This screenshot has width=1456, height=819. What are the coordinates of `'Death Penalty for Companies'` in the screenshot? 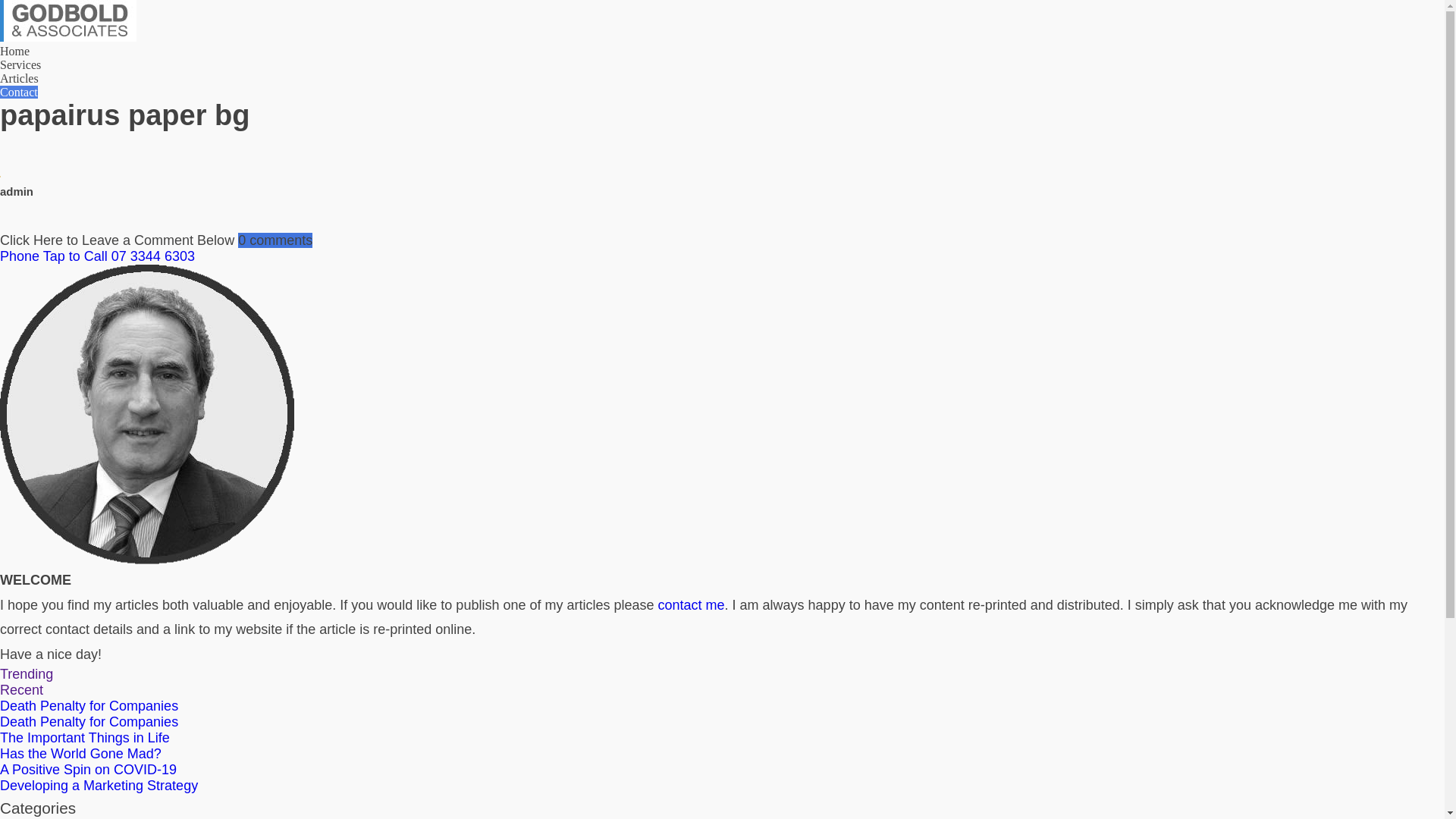 It's located at (88, 705).